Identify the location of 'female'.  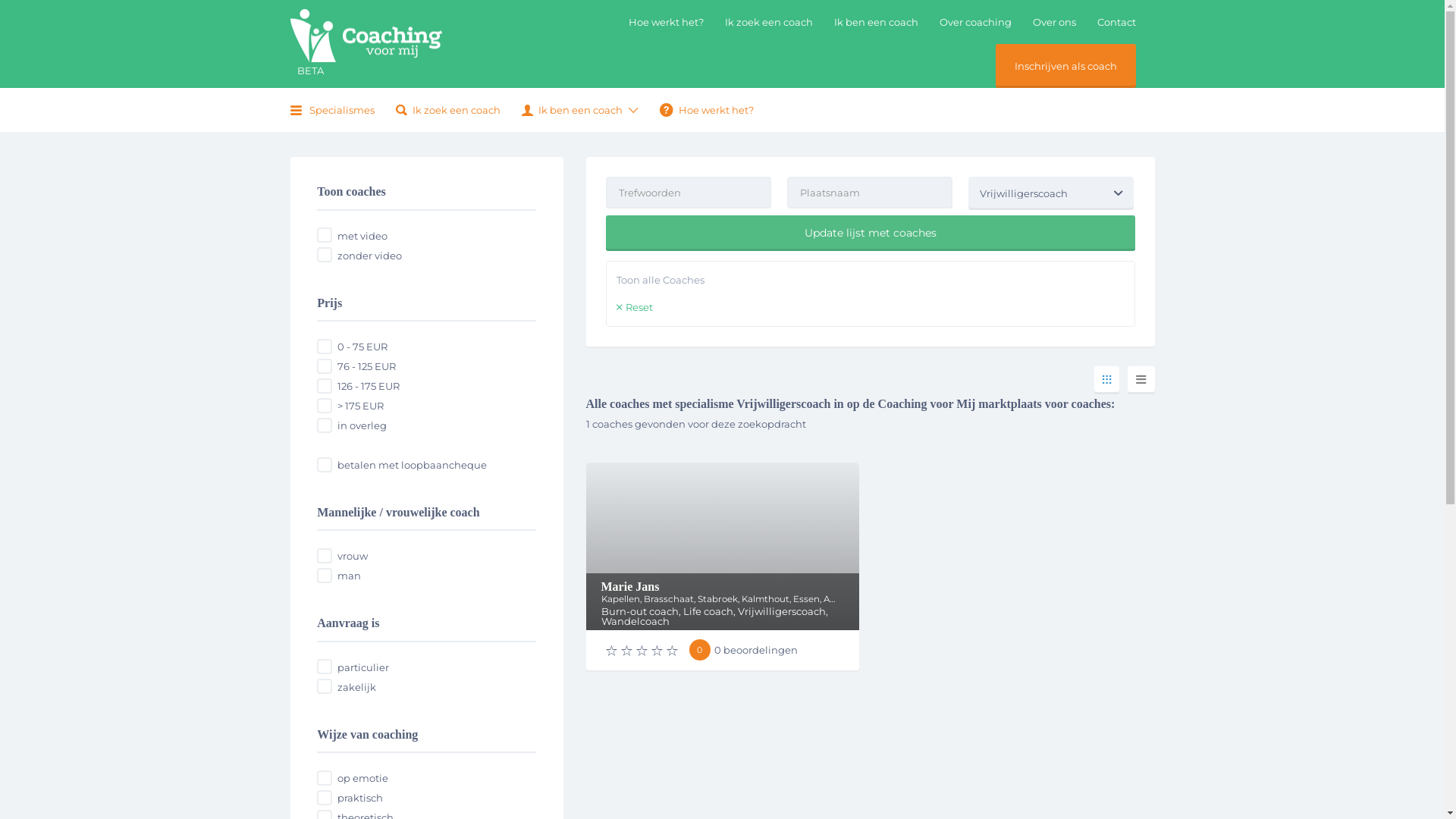
(323, 555).